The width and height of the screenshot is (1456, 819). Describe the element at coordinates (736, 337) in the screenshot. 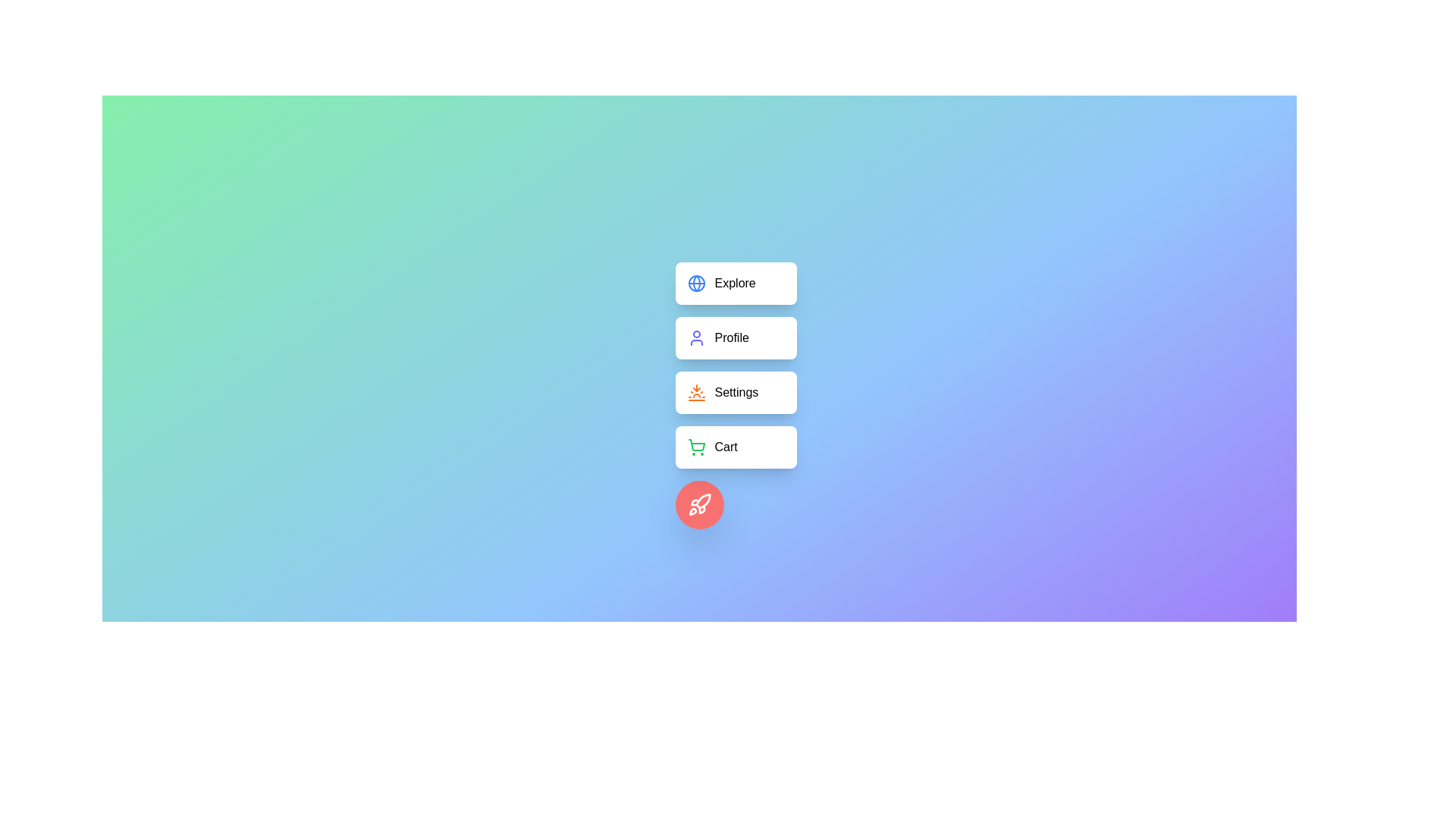

I see `the 'Profile' button in the menu` at that location.